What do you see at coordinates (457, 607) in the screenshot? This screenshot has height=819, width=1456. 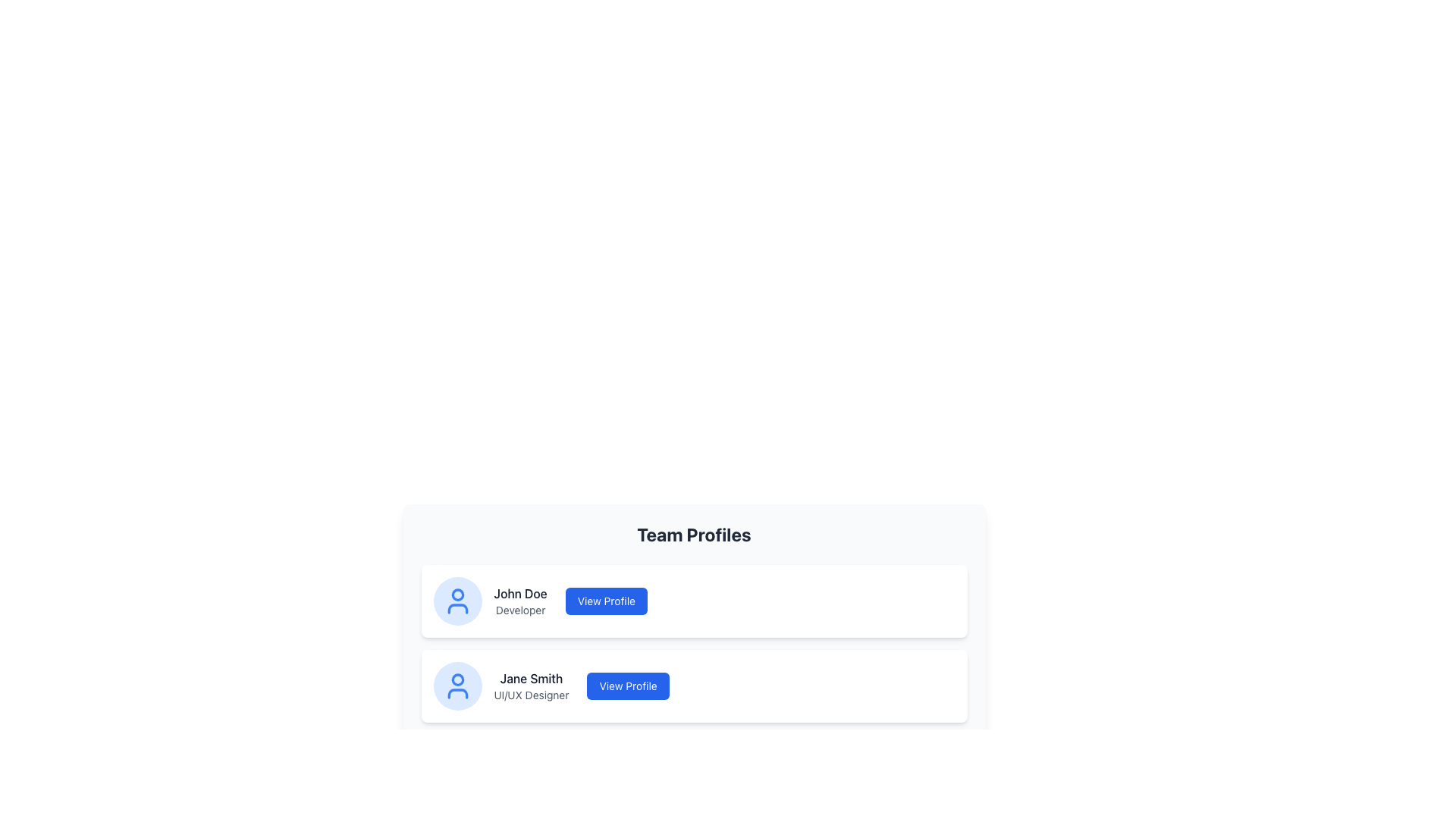 I see `the icon representing the shoulders and chest area of the user profile for 'John Doe' located in the blue circular icon within the first profile card under 'Team Profiles'` at bounding box center [457, 607].